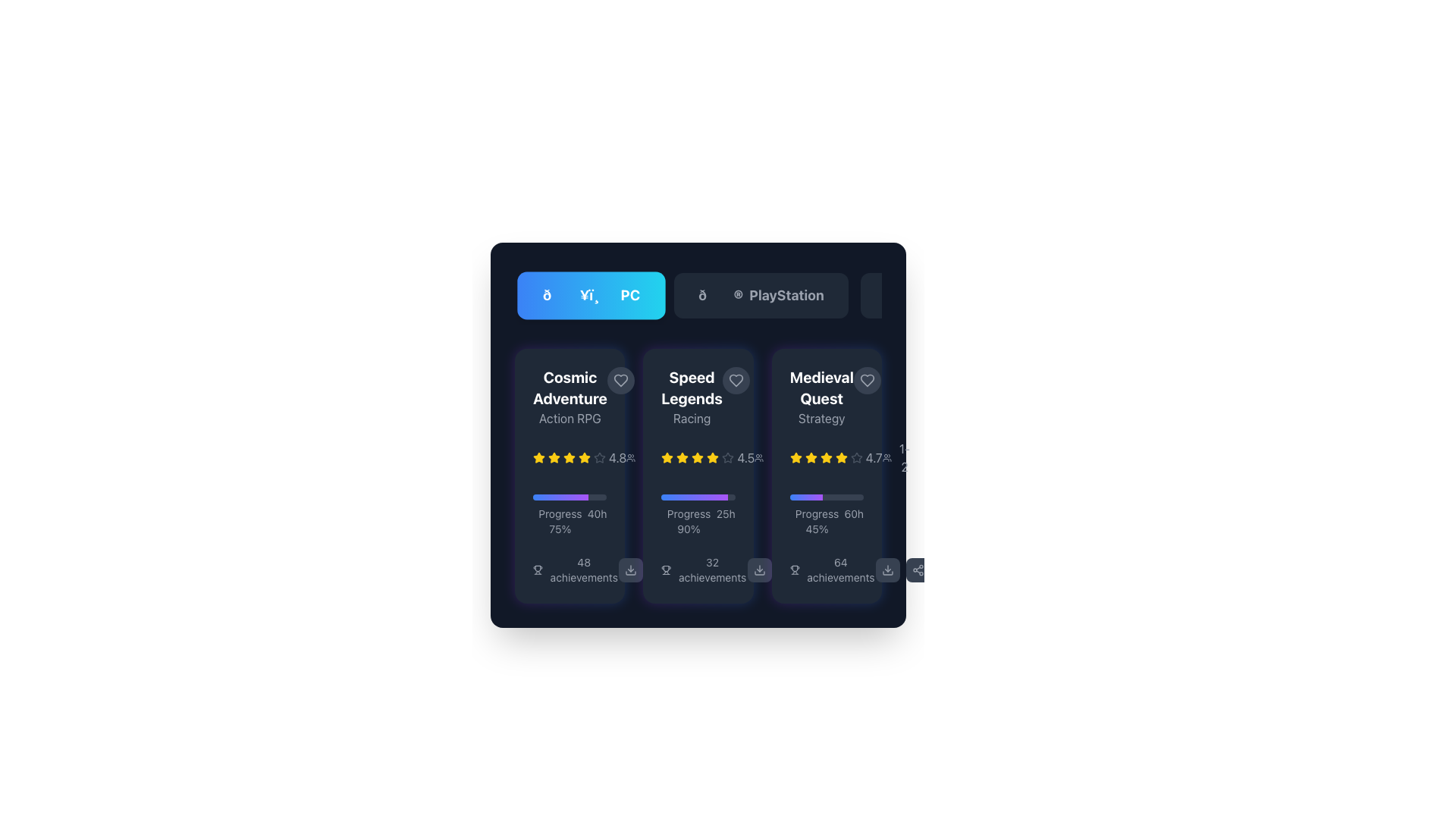  Describe the element at coordinates (688, 520) in the screenshot. I see `the text label displaying 'Progress 90%' located in the lower-left section of the 'Speed Legends' card, which is styled in soft gray against a dark background` at that location.